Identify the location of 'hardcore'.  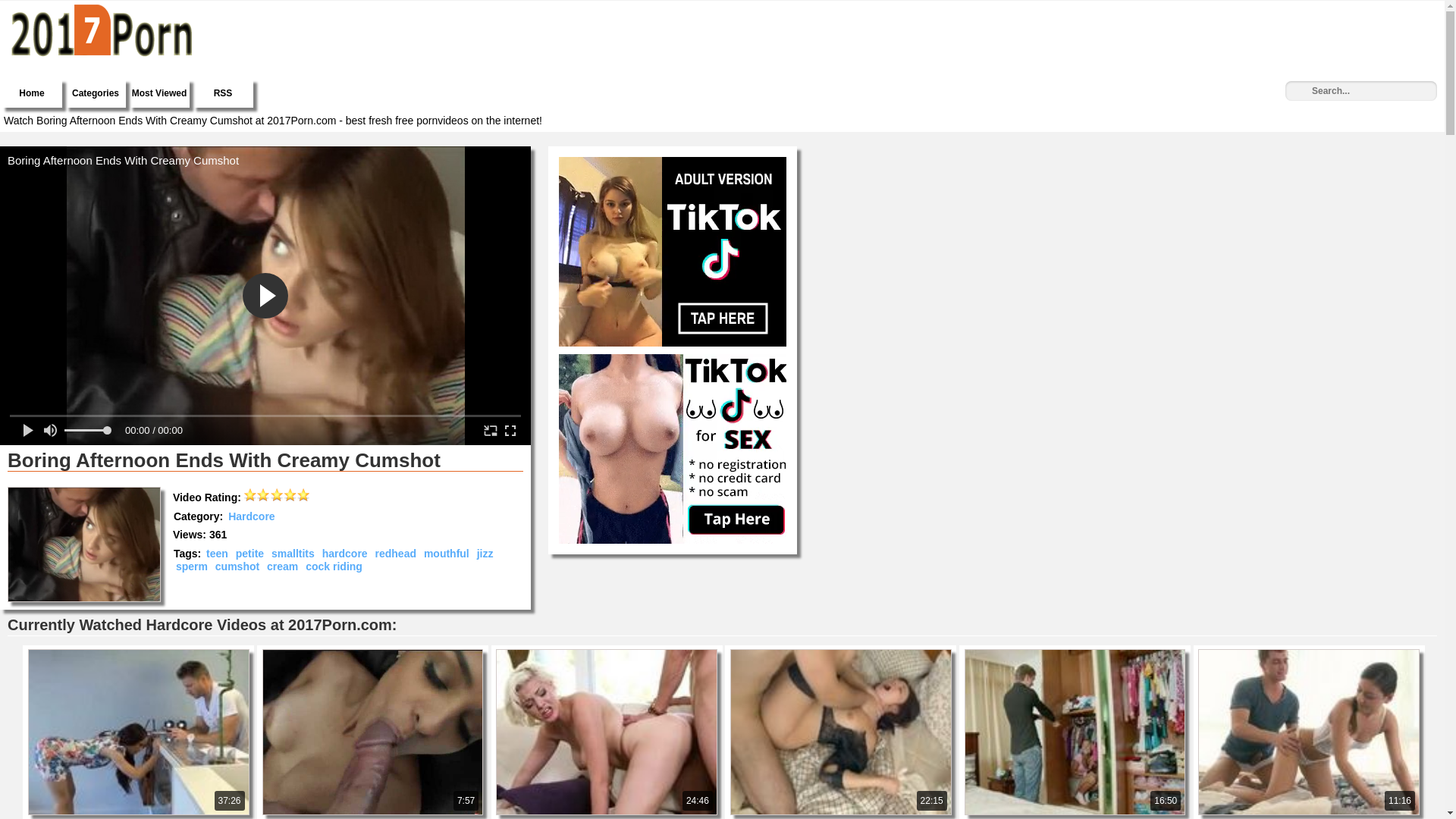
(344, 553).